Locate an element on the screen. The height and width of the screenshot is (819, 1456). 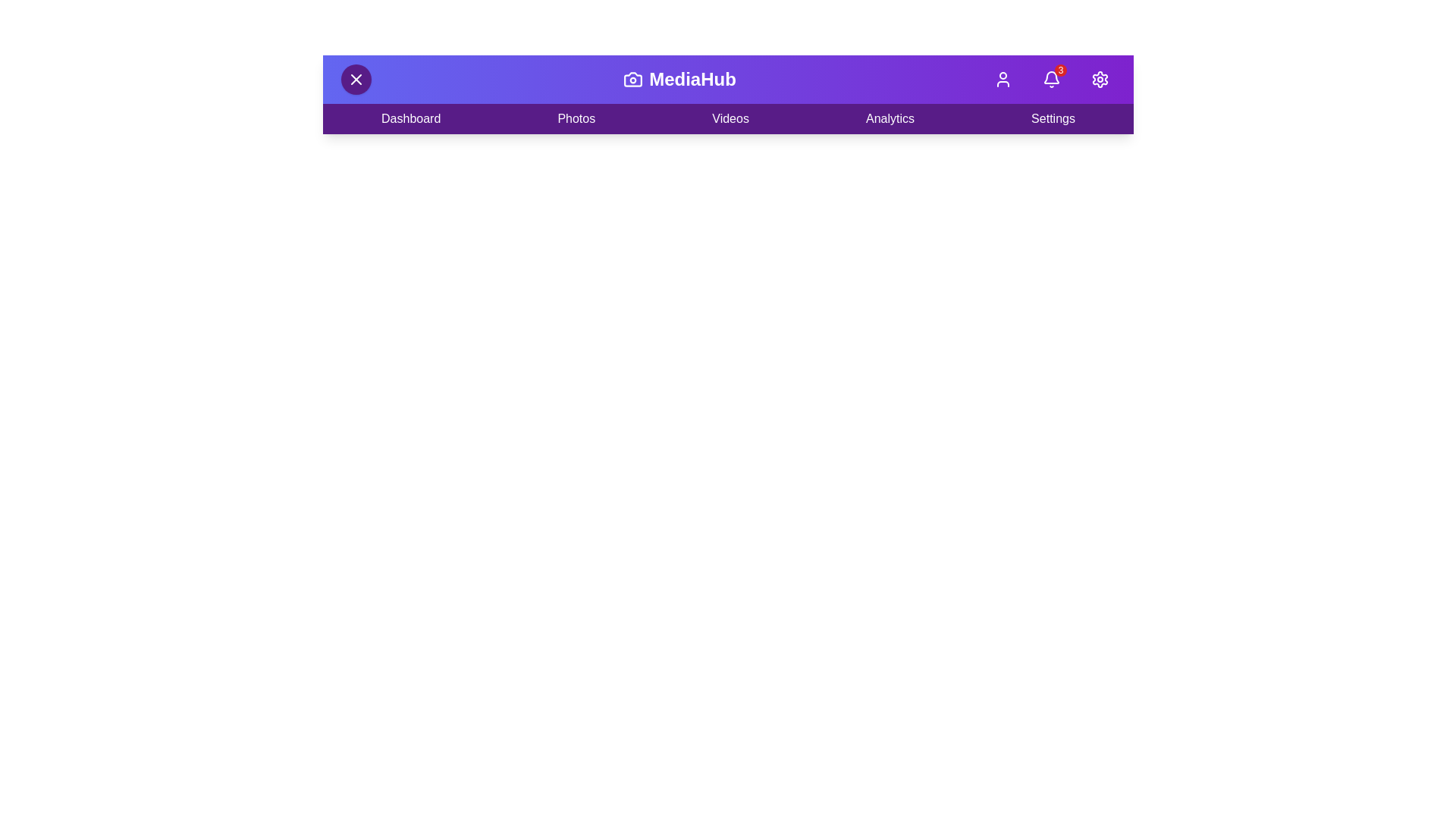
the toggle button to change the menu state is located at coordinates (356, 79).